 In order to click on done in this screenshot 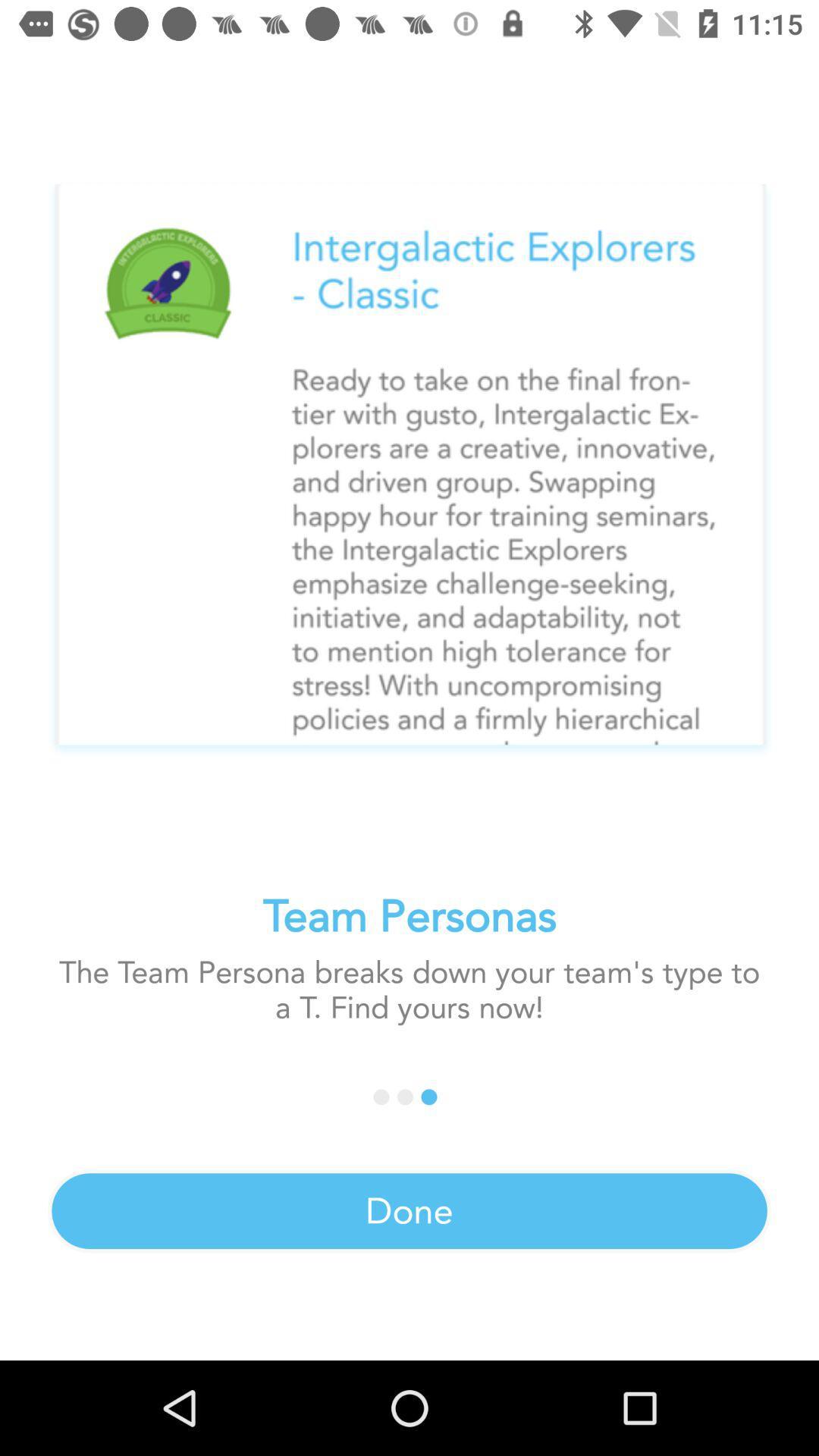, I will do `click(409, 1210)`.